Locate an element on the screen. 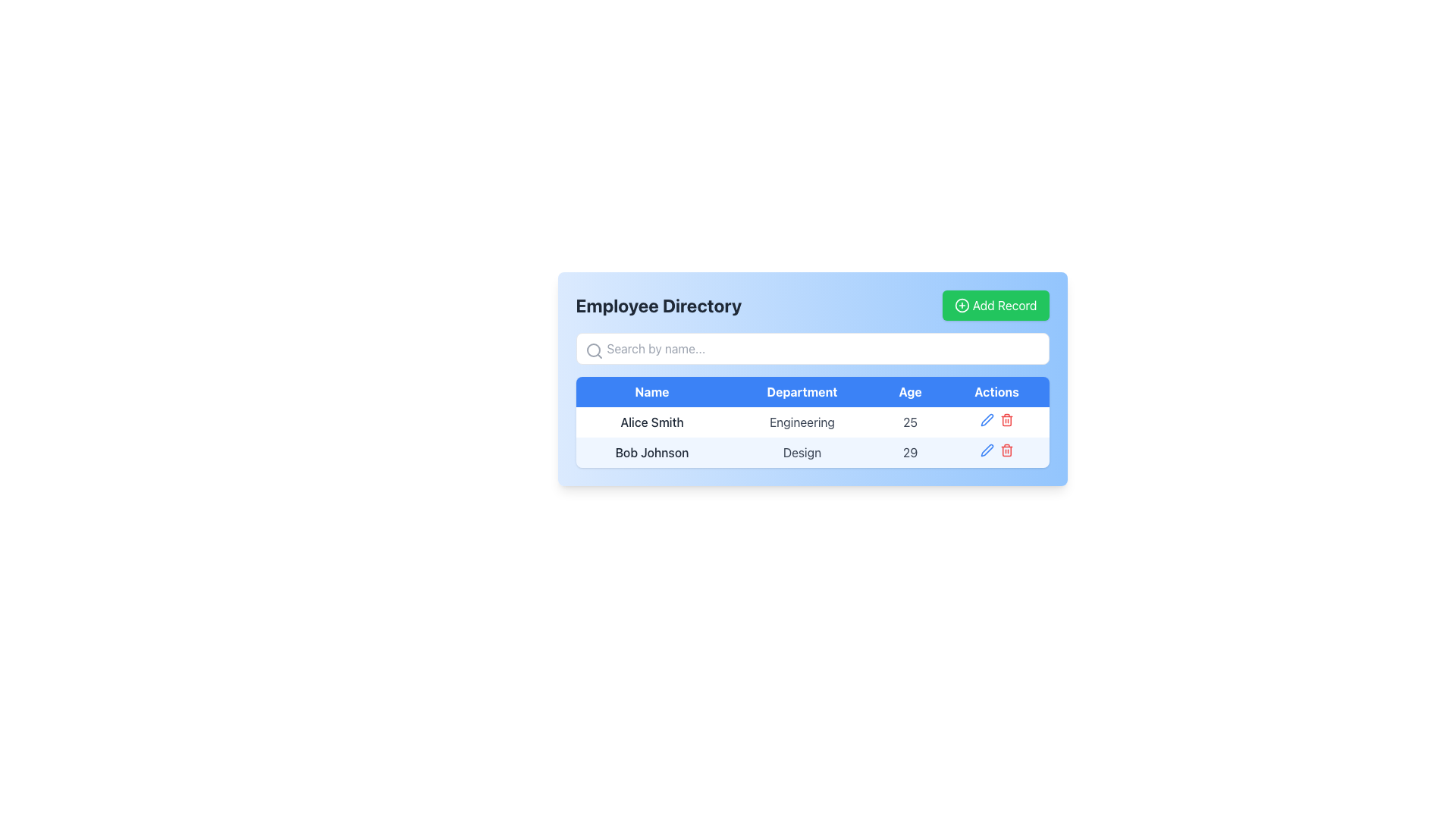  the blue pen icon in the 'Actions' column of the second row corresponding to employee 'Bob Johnson' is located at coordinates (987, 420).